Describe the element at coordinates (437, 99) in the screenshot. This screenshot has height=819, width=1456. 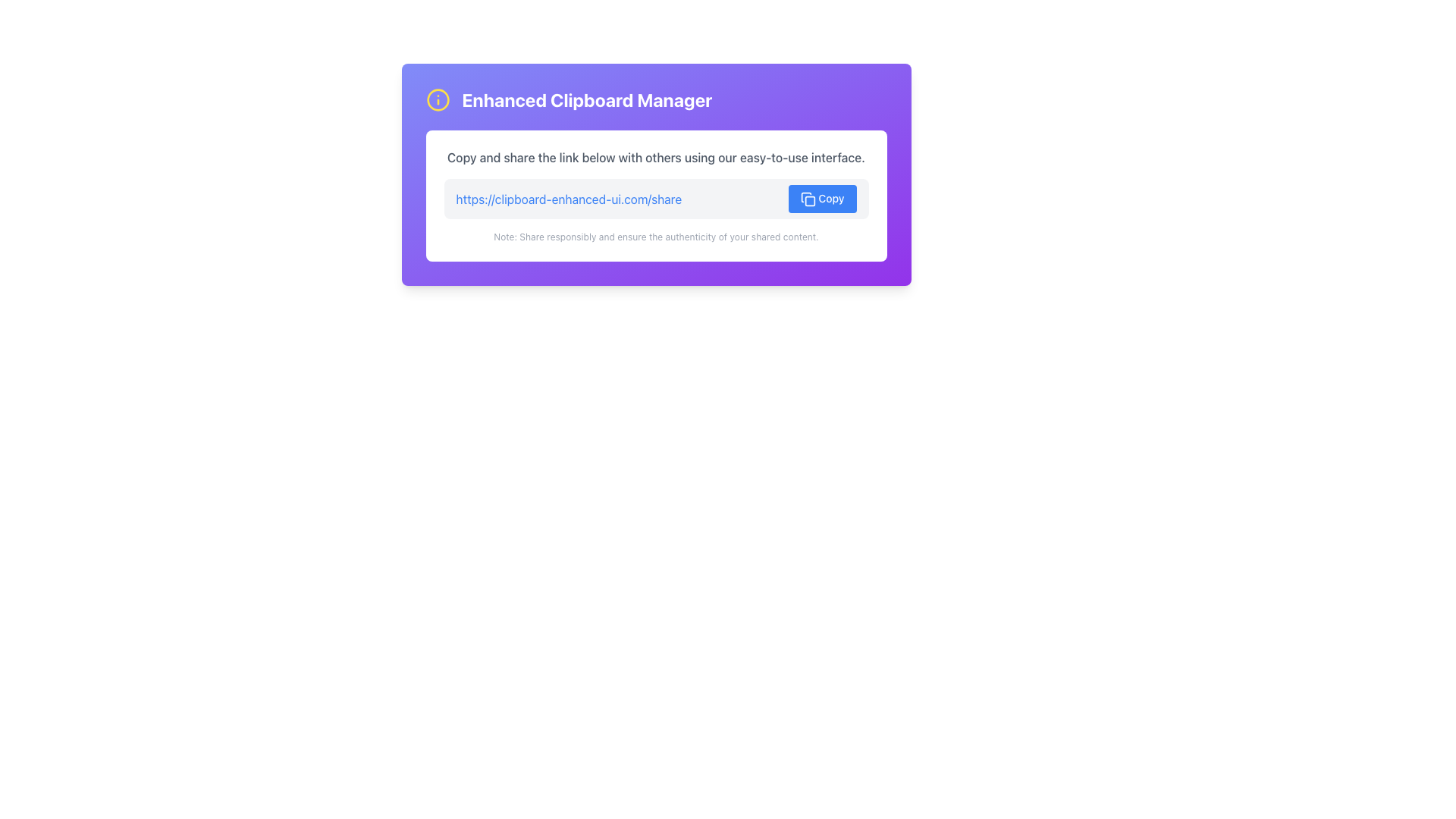
I see `the icon associated with the 'Enhanced Clipboard Manager' section, positioned at the far left before the text` at that location.